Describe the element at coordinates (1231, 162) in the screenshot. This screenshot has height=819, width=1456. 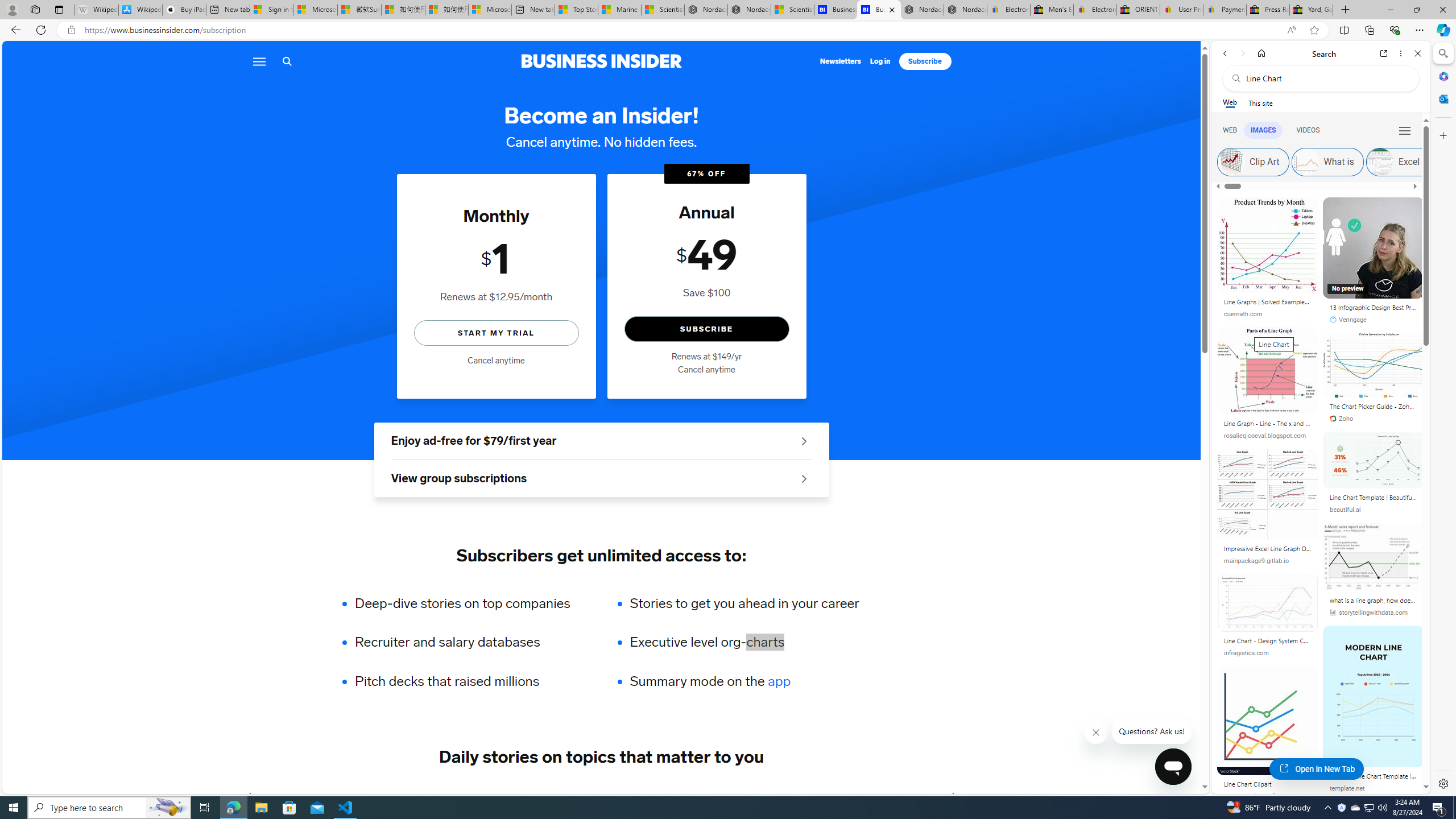
I see `'Clip Art'` at that location.